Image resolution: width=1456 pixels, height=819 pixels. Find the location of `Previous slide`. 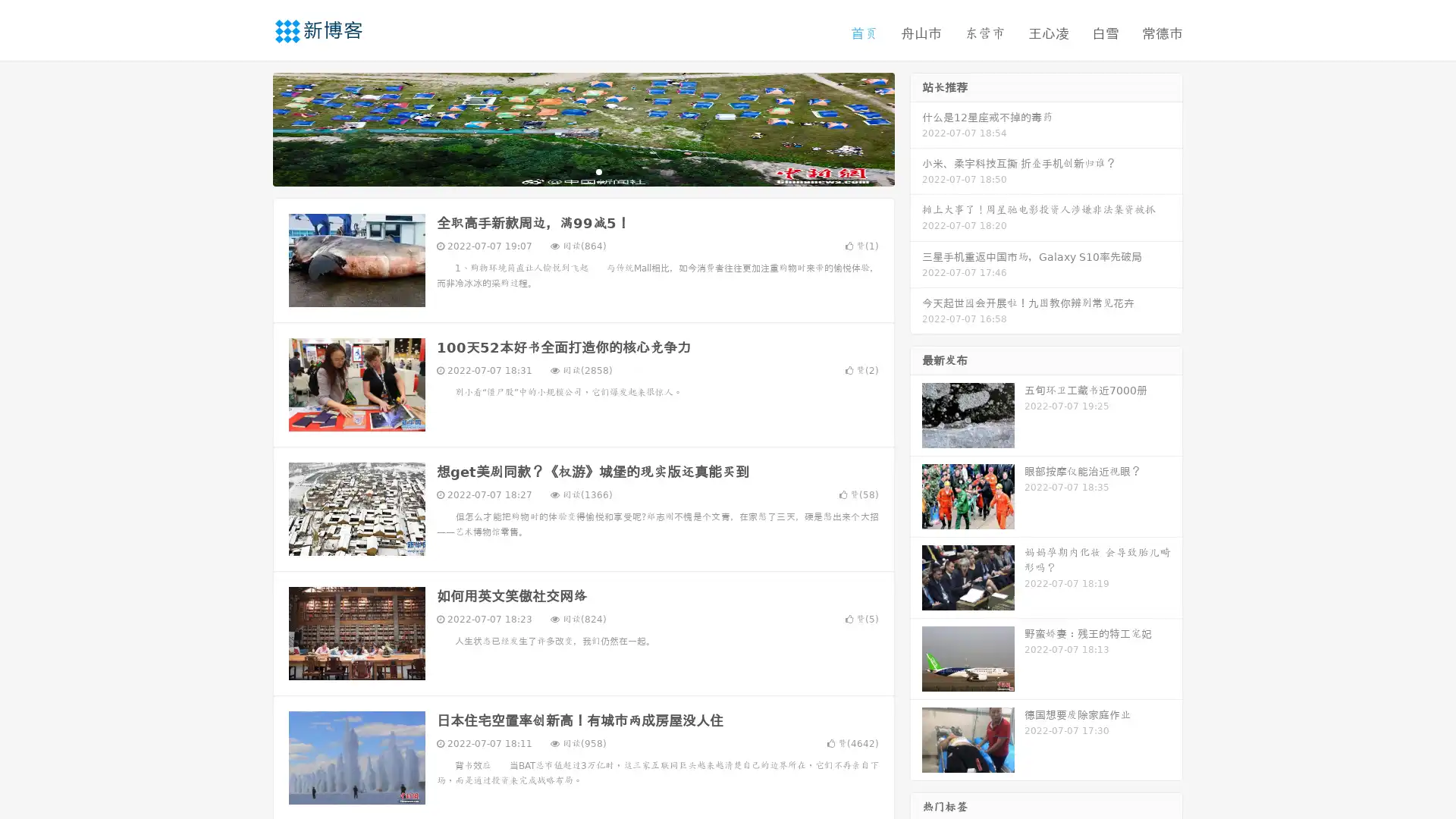

Previous slide is located at coordinates (250, 127).